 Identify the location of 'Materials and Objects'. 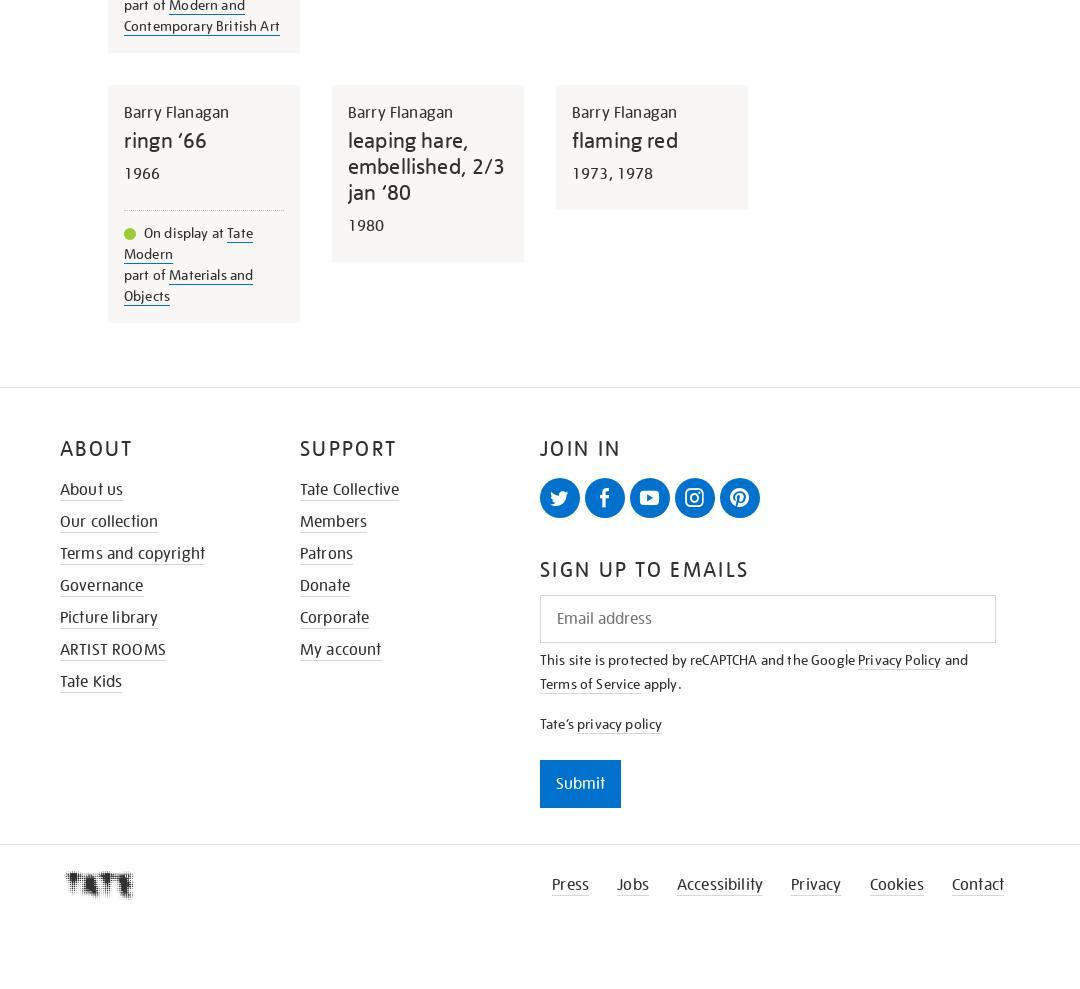
(123, 284).